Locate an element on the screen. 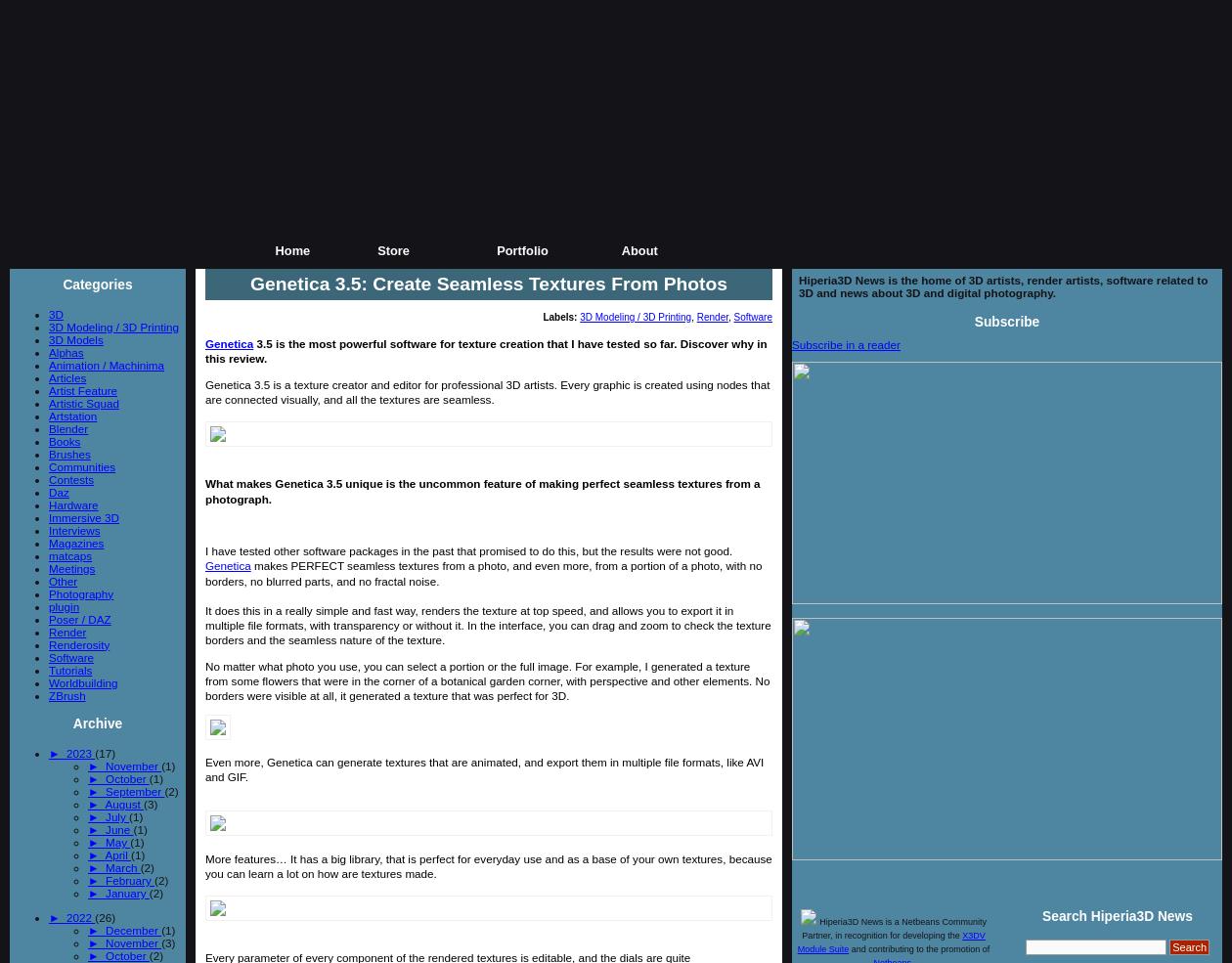 Image resolution: width=1232 pixels, height=963 pixels. 'matcaps' is located at coordinates (69, 554).